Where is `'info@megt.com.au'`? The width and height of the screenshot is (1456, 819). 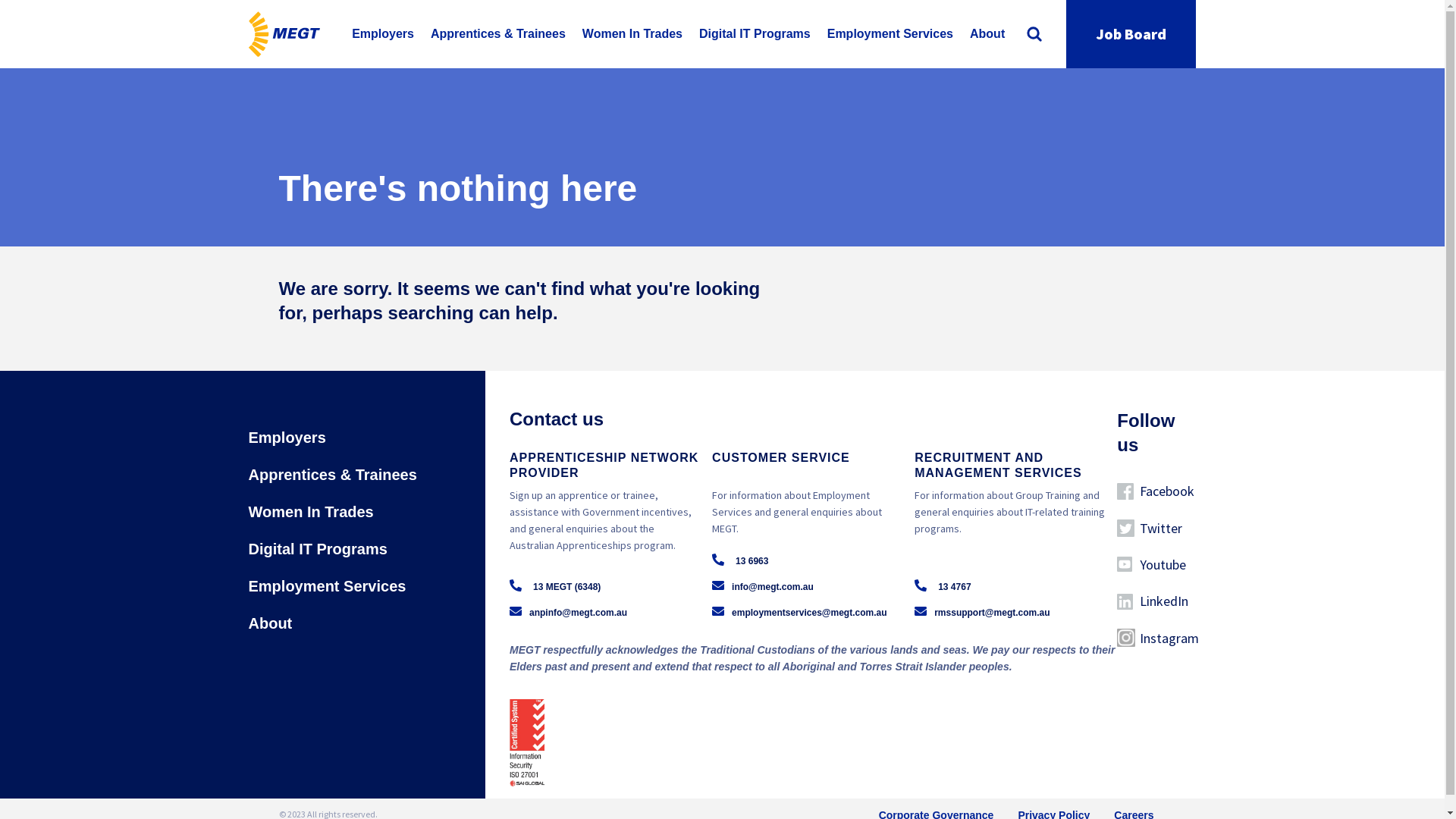
'info@megt.com.au' is located at coordinates (763, 585).